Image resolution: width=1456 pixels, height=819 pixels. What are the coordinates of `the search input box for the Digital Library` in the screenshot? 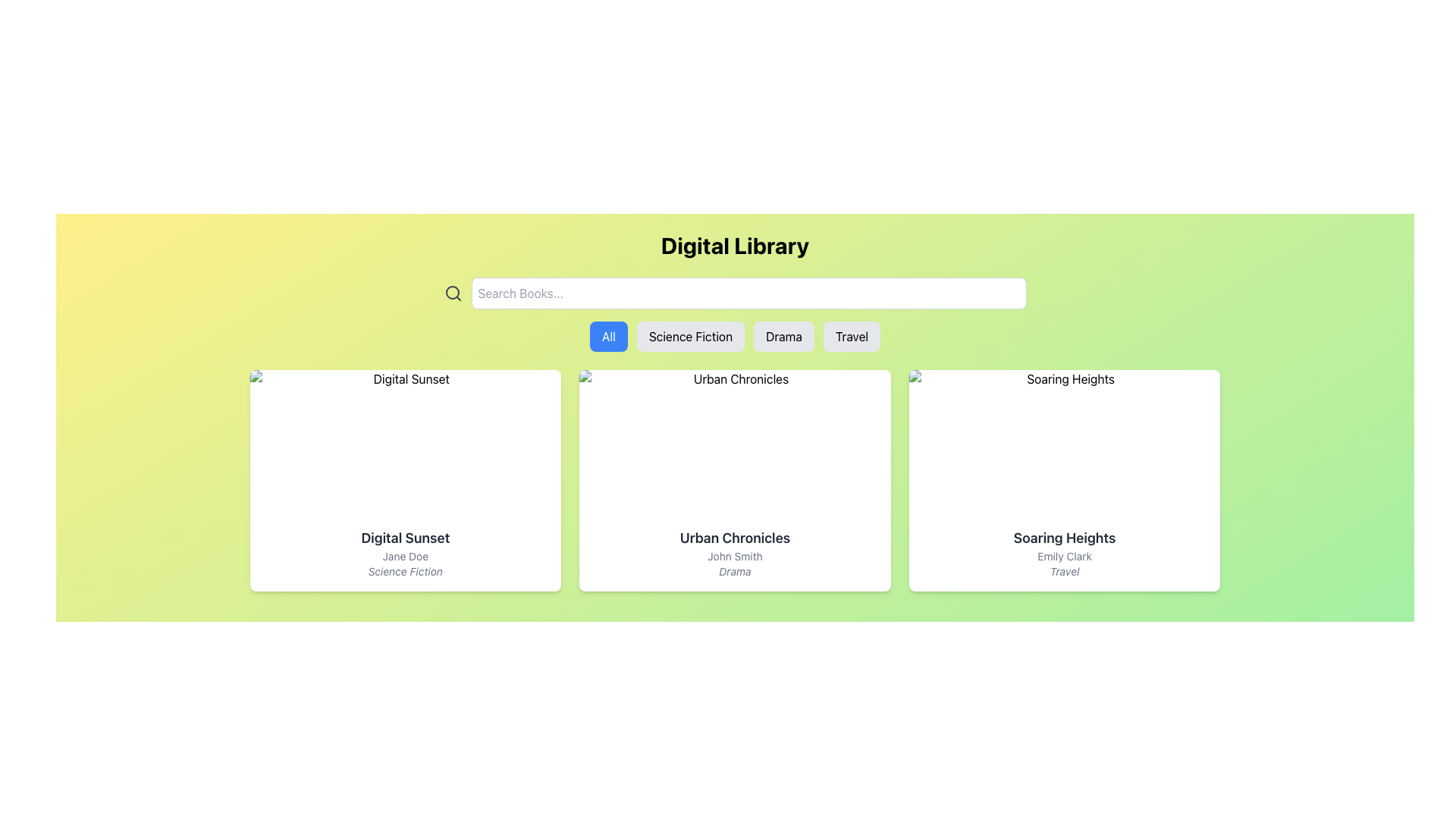 It's located at (748, 293).